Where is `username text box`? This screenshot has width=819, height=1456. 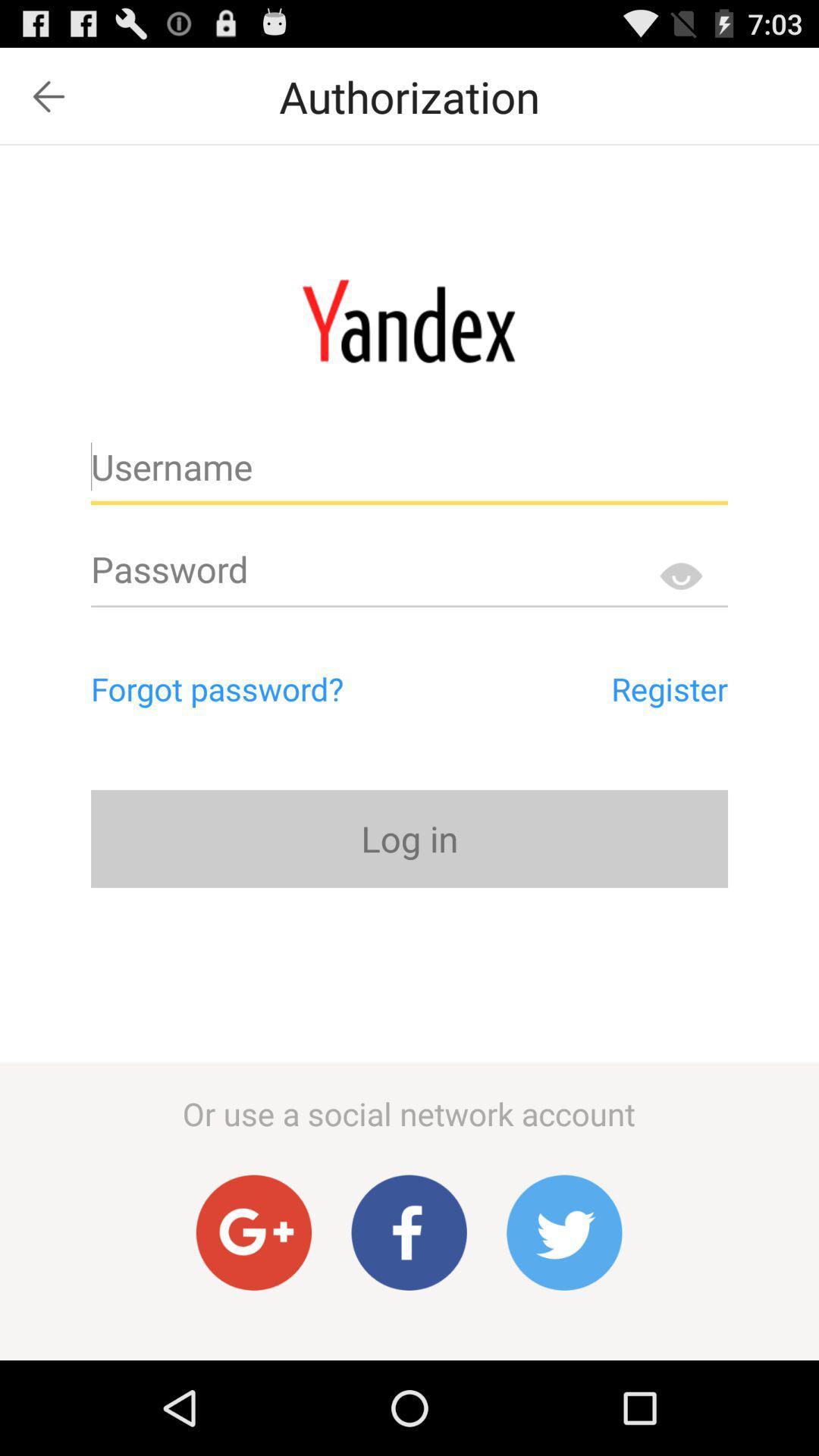 username text box is located at coordinates (409, 472).